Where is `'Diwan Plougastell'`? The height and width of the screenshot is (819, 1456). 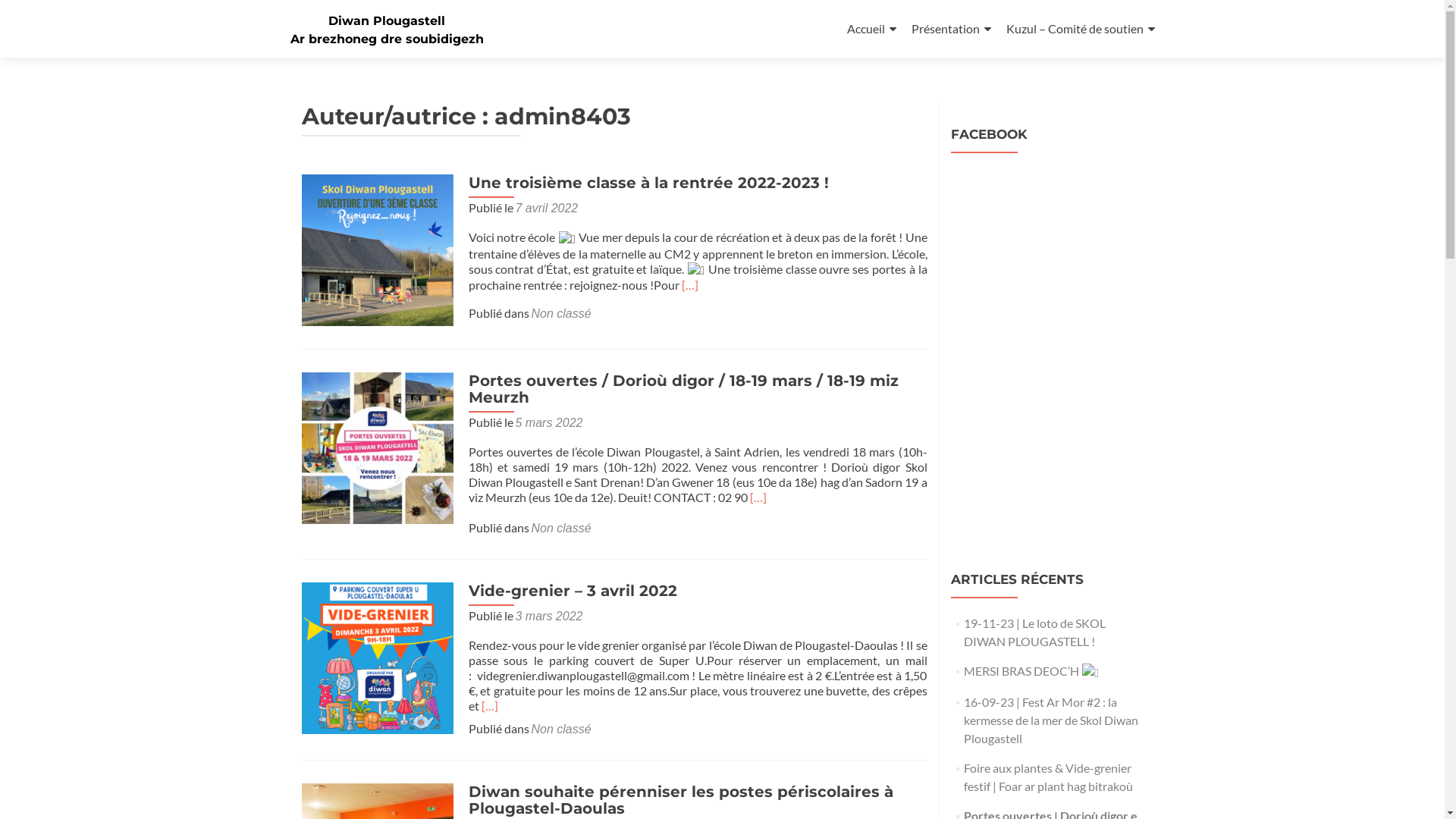 'Diwan Plougastell' is located at coordinates (386, 20).